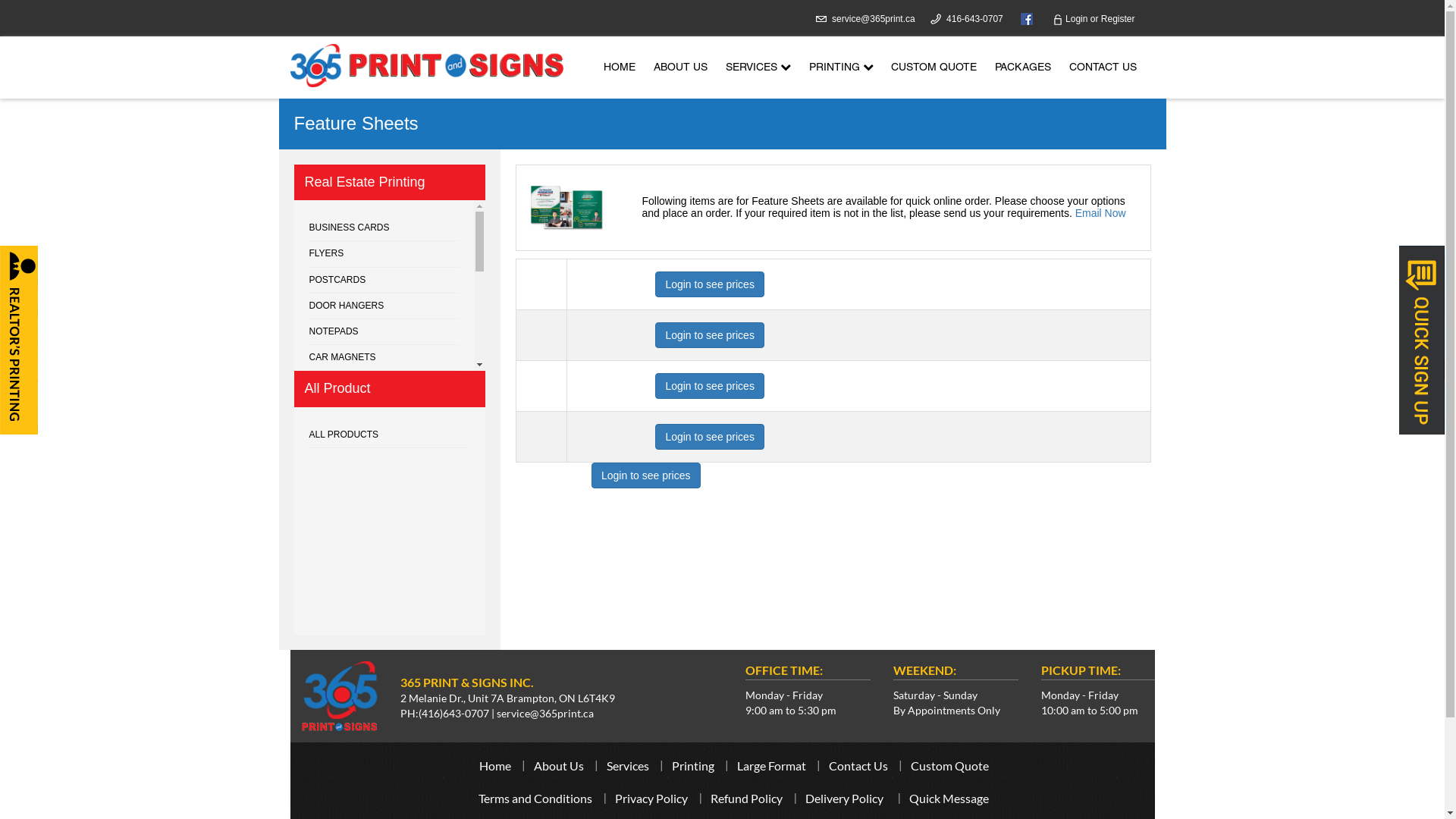 The image size is (1456, 819). I want to click on 'DOOR HANGERS', so click(384, 306).